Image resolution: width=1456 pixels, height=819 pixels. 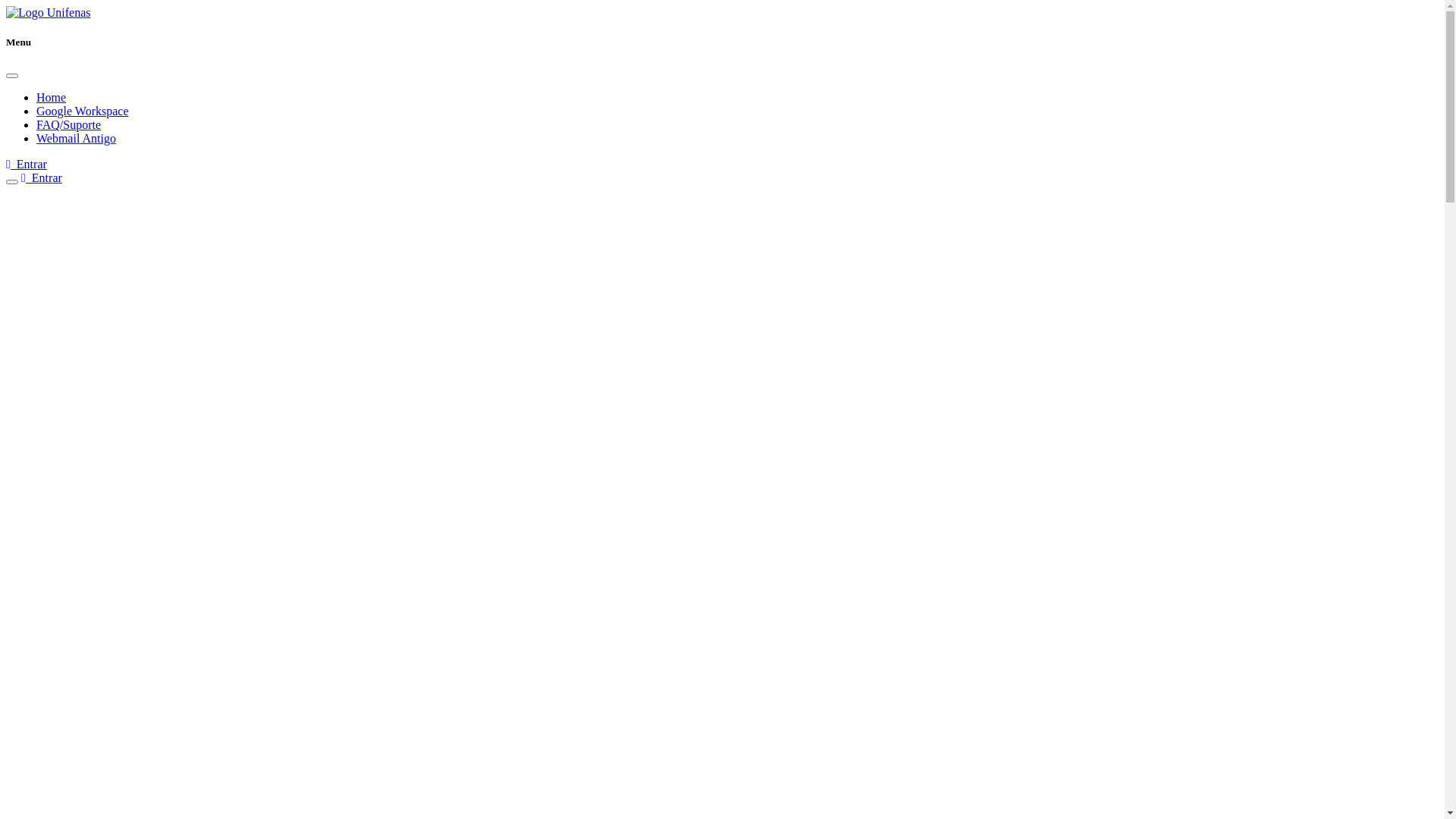 What do you see at coordinates (51, 97) in the screenshot?
I see `'Home'` at bounding box center [51, 97].